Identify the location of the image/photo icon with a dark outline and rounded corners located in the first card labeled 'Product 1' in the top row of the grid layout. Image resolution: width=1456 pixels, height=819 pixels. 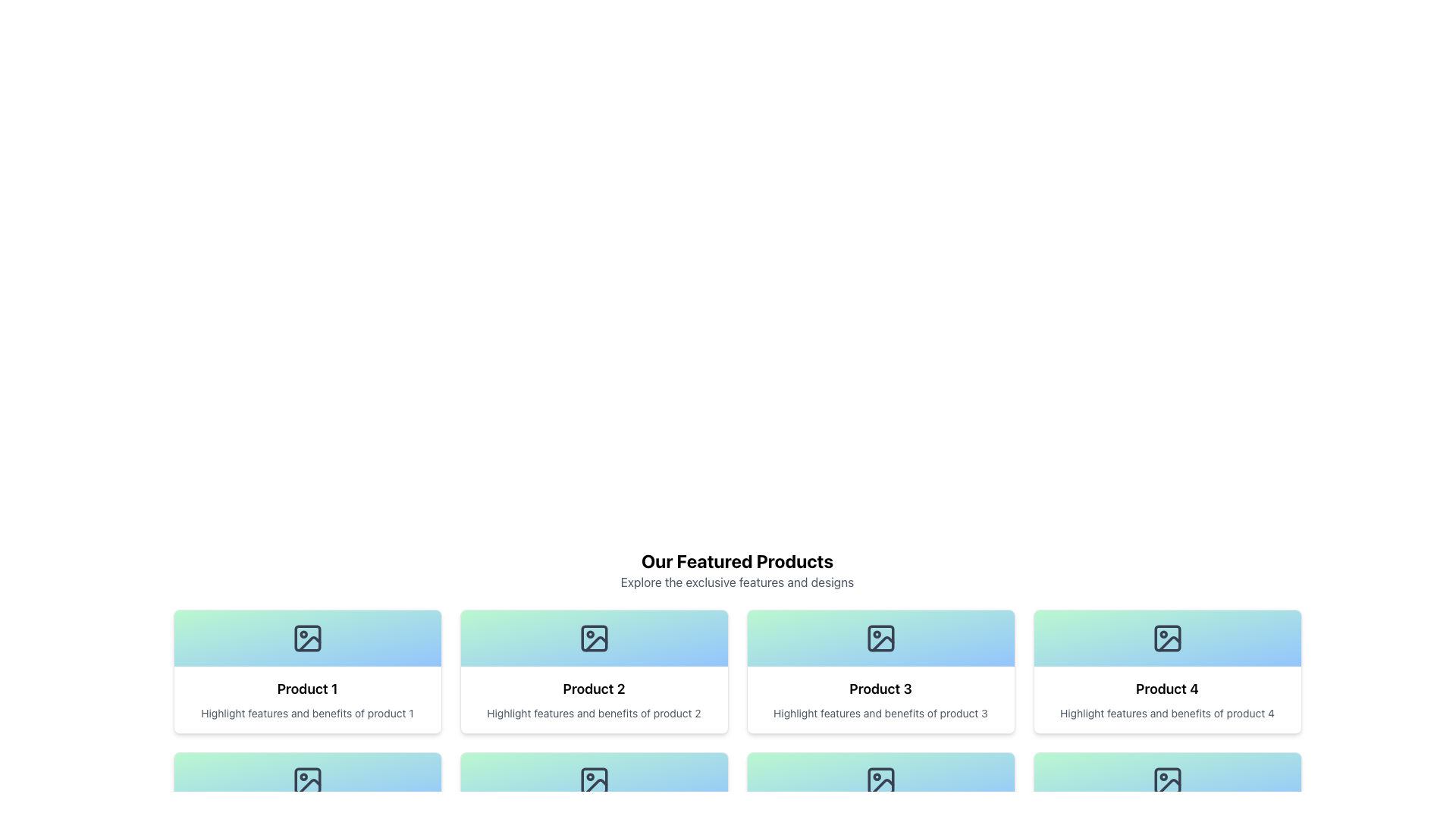
(306, 638).